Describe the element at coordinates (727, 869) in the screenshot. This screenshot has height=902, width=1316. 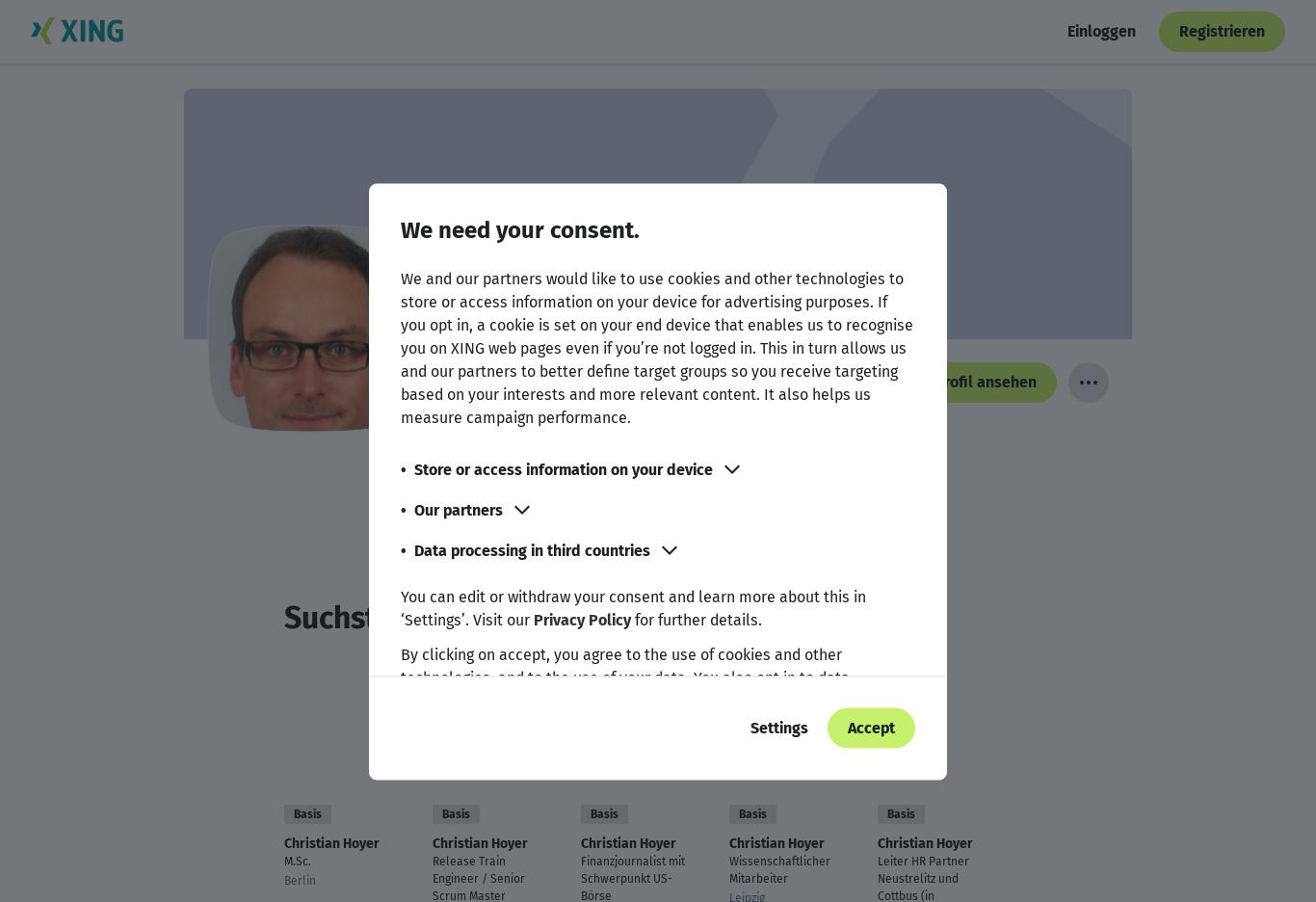
I see `'Wissenschaftlicher Mitarbeiter'` at that location.